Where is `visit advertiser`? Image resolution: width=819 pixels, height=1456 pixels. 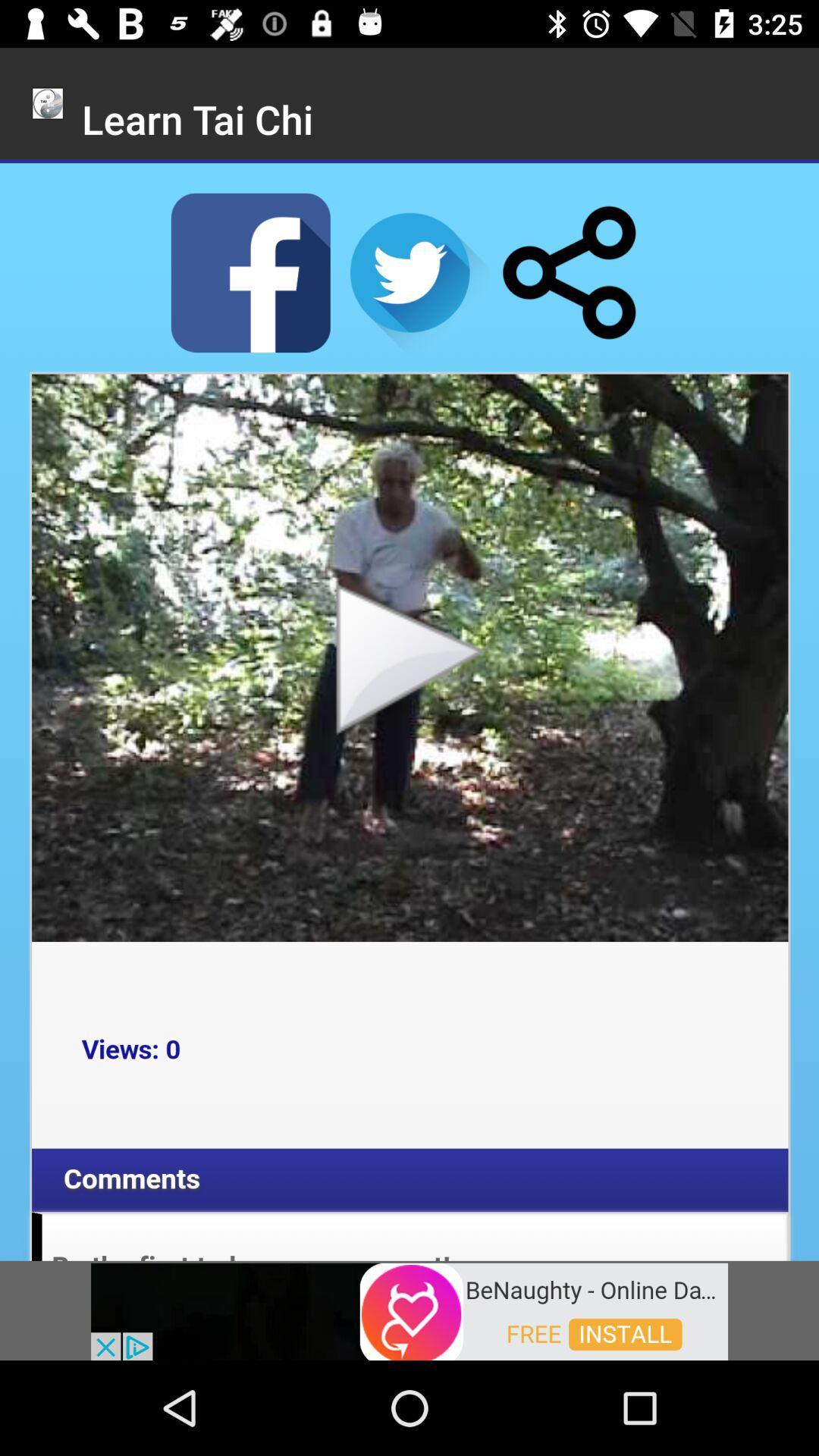
visit advertiser is located at coordinates (409, 1310).